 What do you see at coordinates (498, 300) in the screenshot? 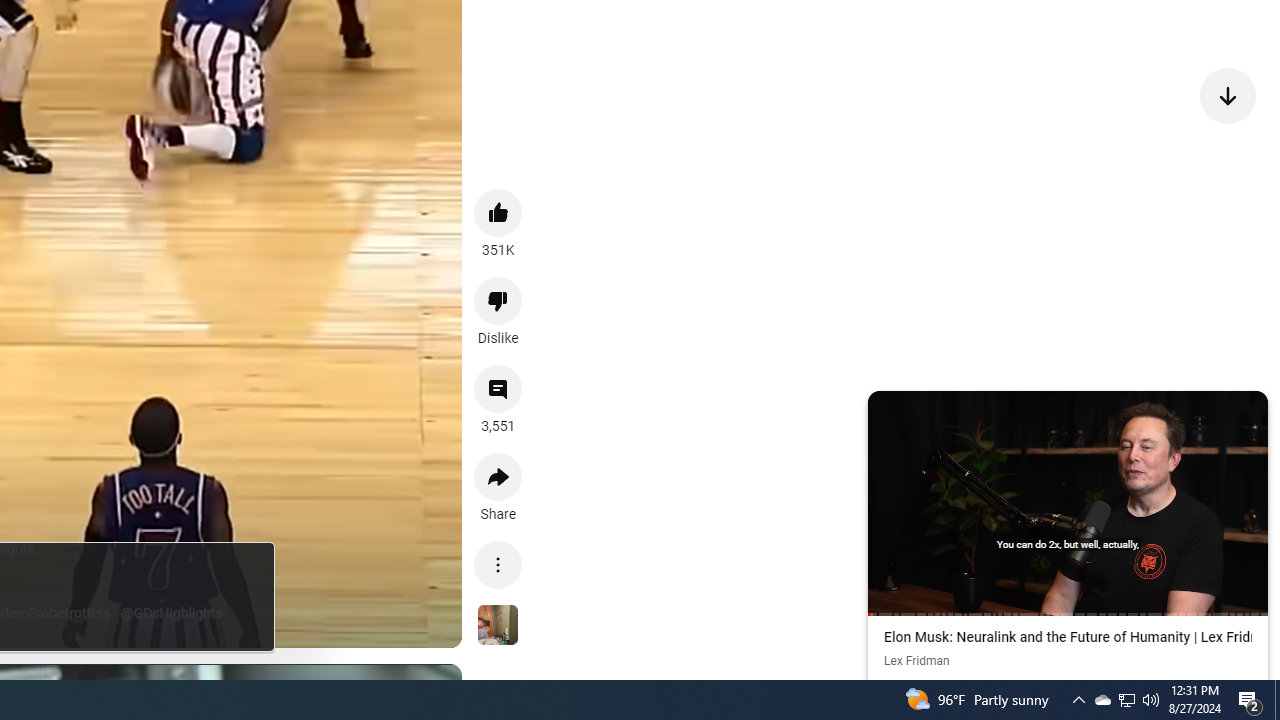
I see `'Dislike this video'` at bounding box center [498, 300].